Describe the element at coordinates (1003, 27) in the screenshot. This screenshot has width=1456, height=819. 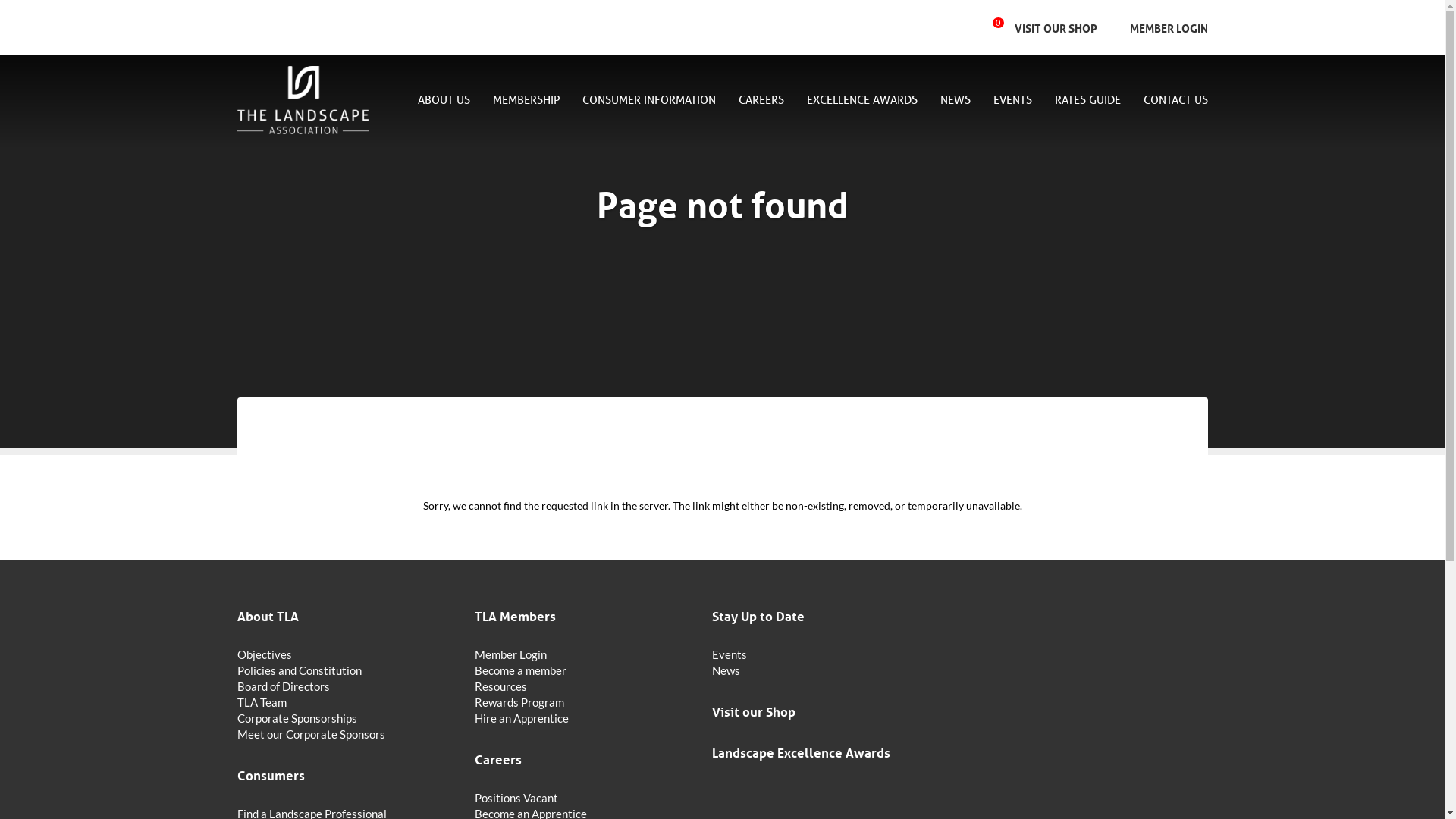
I see `'0'` at that location.